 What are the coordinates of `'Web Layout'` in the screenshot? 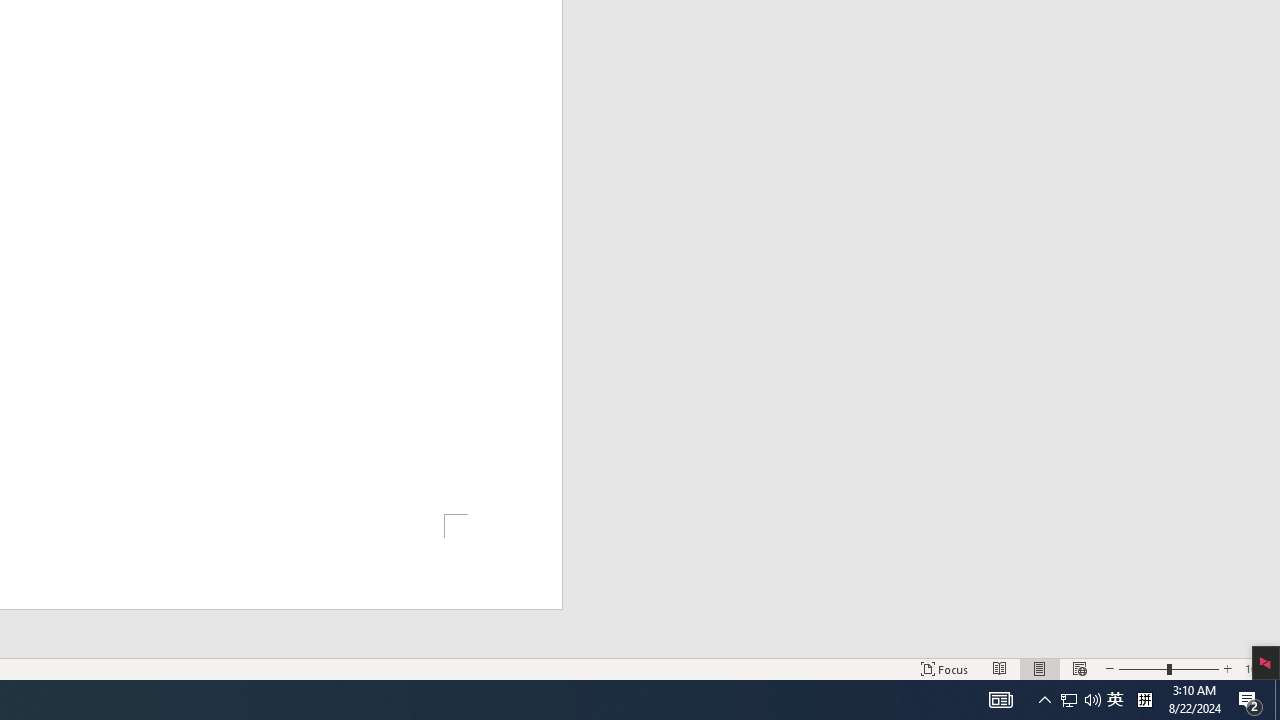 It's located at (1078, 669).